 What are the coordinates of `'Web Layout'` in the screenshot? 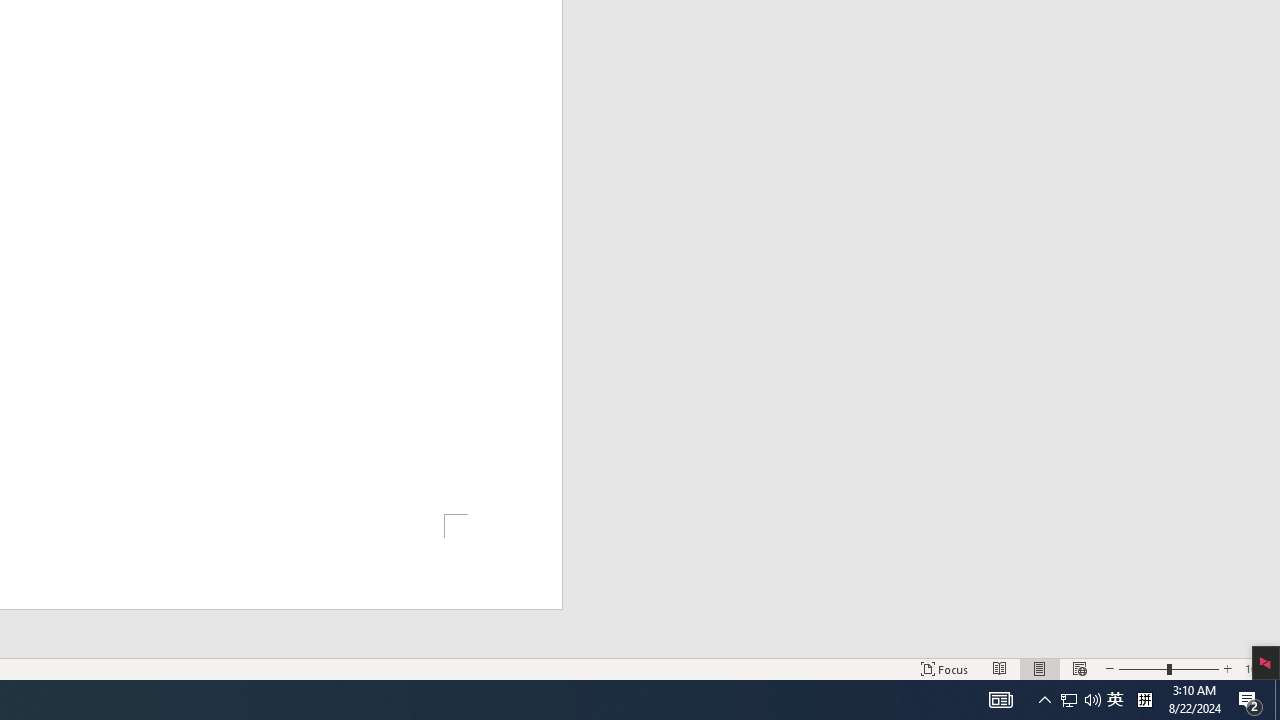 It's located at (1078, 669).